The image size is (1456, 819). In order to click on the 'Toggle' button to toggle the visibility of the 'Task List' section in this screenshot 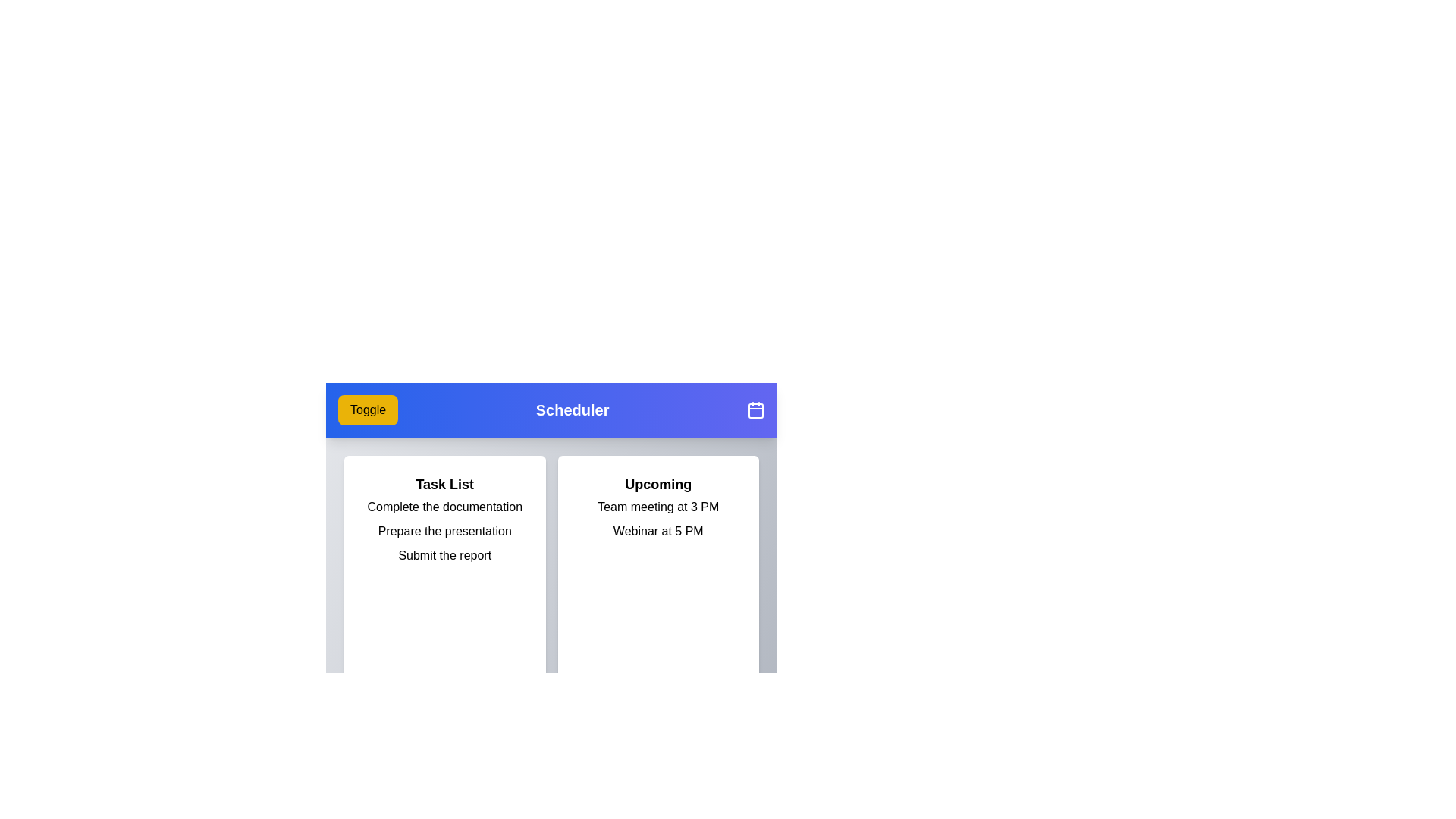, I will do `click(367, 409)`.